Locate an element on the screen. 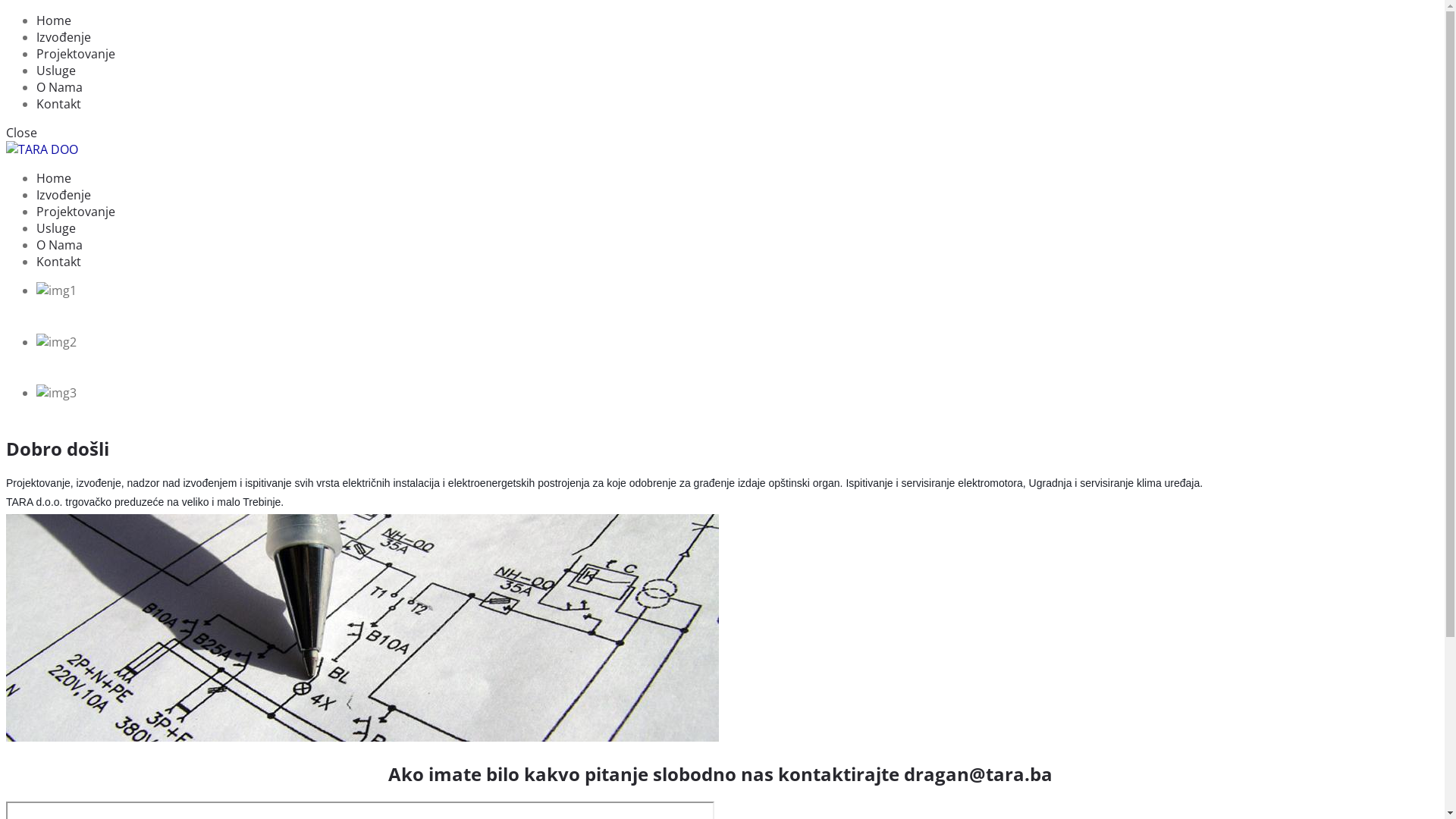 The width and height of the screenshot is (1456, 819). 'Usluge' is located at coordinates (55, 227).